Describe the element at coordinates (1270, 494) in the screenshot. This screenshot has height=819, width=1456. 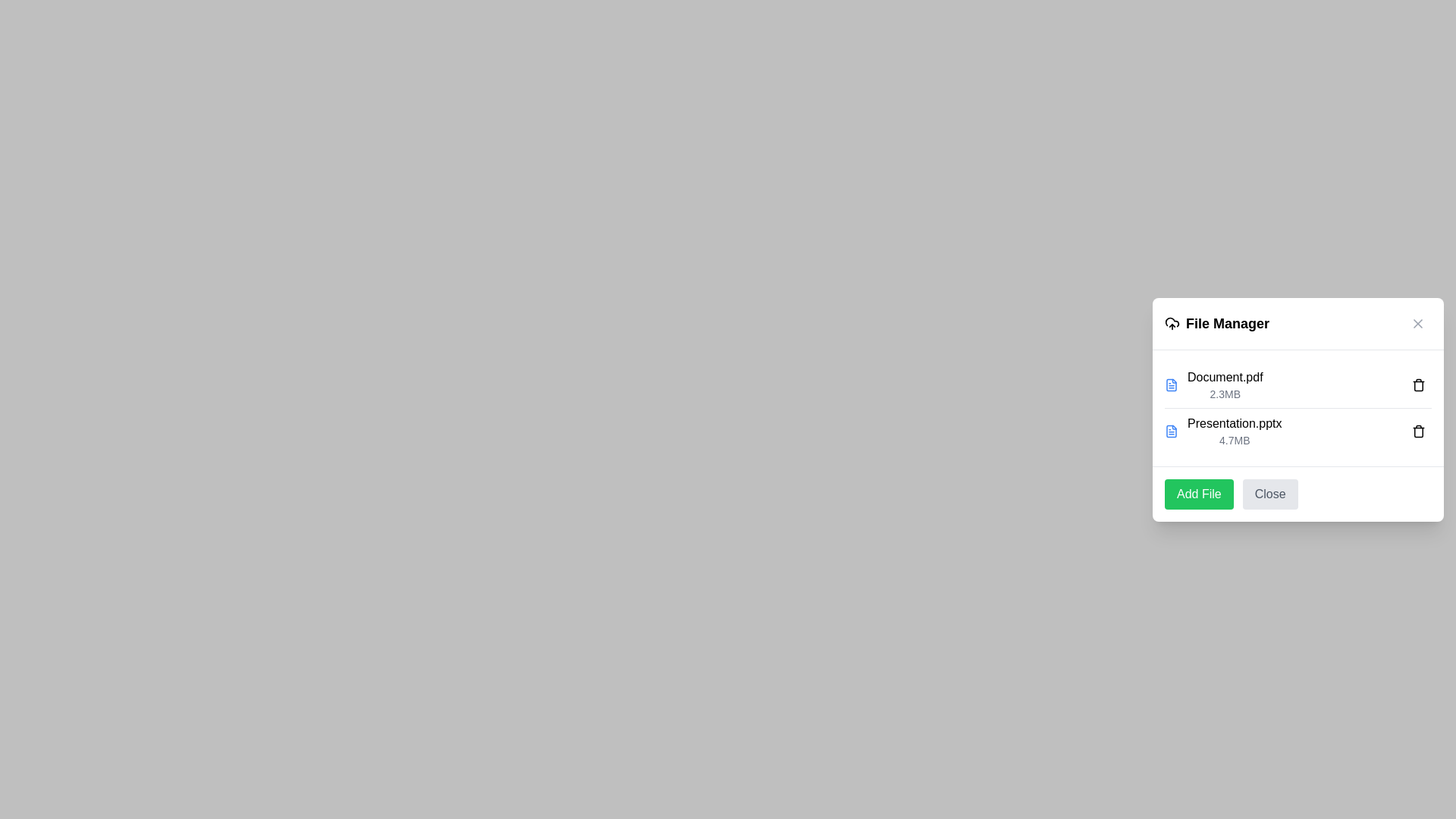
I see `the 'Close' button, which is a rectangular button with a light gray background and the text 'Close' centered in it, located on the right side of the 'Add File' button in the footer of the 'File Manager' modal` at that location.